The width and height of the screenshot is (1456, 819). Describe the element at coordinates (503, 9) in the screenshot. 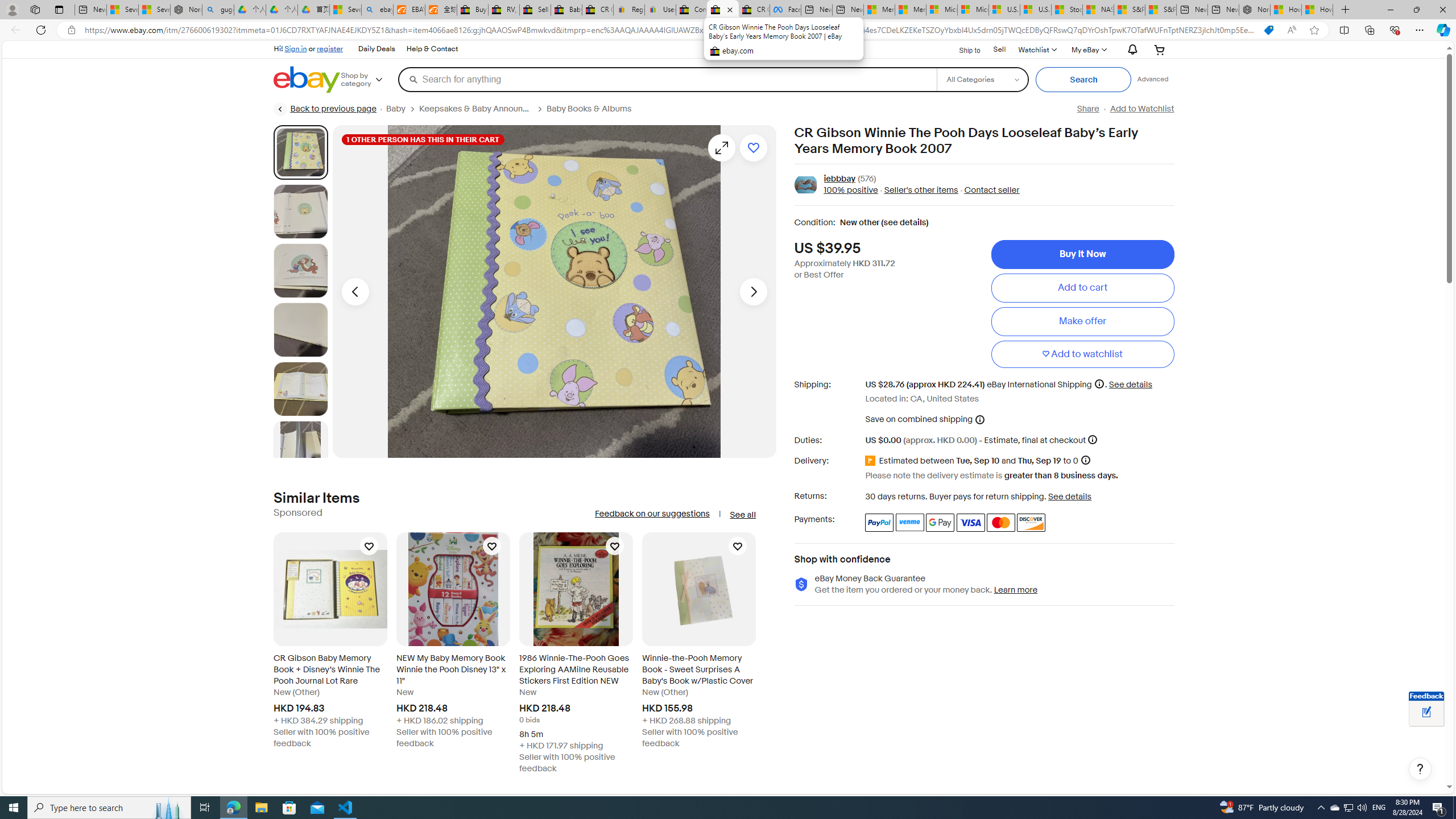

I see `'RV, Trailer & Camper Steps & Ladders for sale | eBay'` at that location.